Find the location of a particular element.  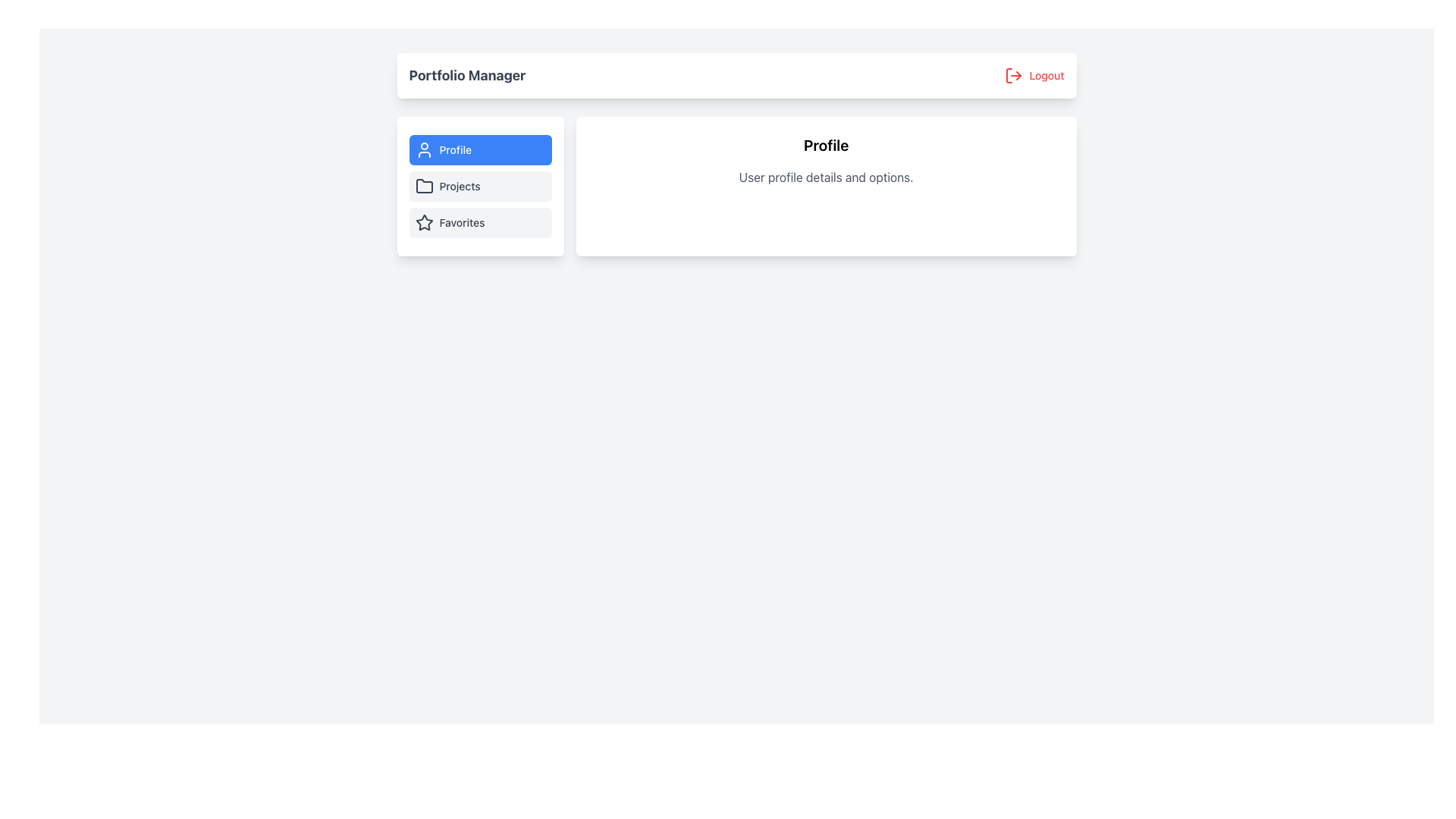

the 'Favorites' icon, which is located to the left of the text label 'Favorites' within a list of menu options is located at coordinates (424, 222).